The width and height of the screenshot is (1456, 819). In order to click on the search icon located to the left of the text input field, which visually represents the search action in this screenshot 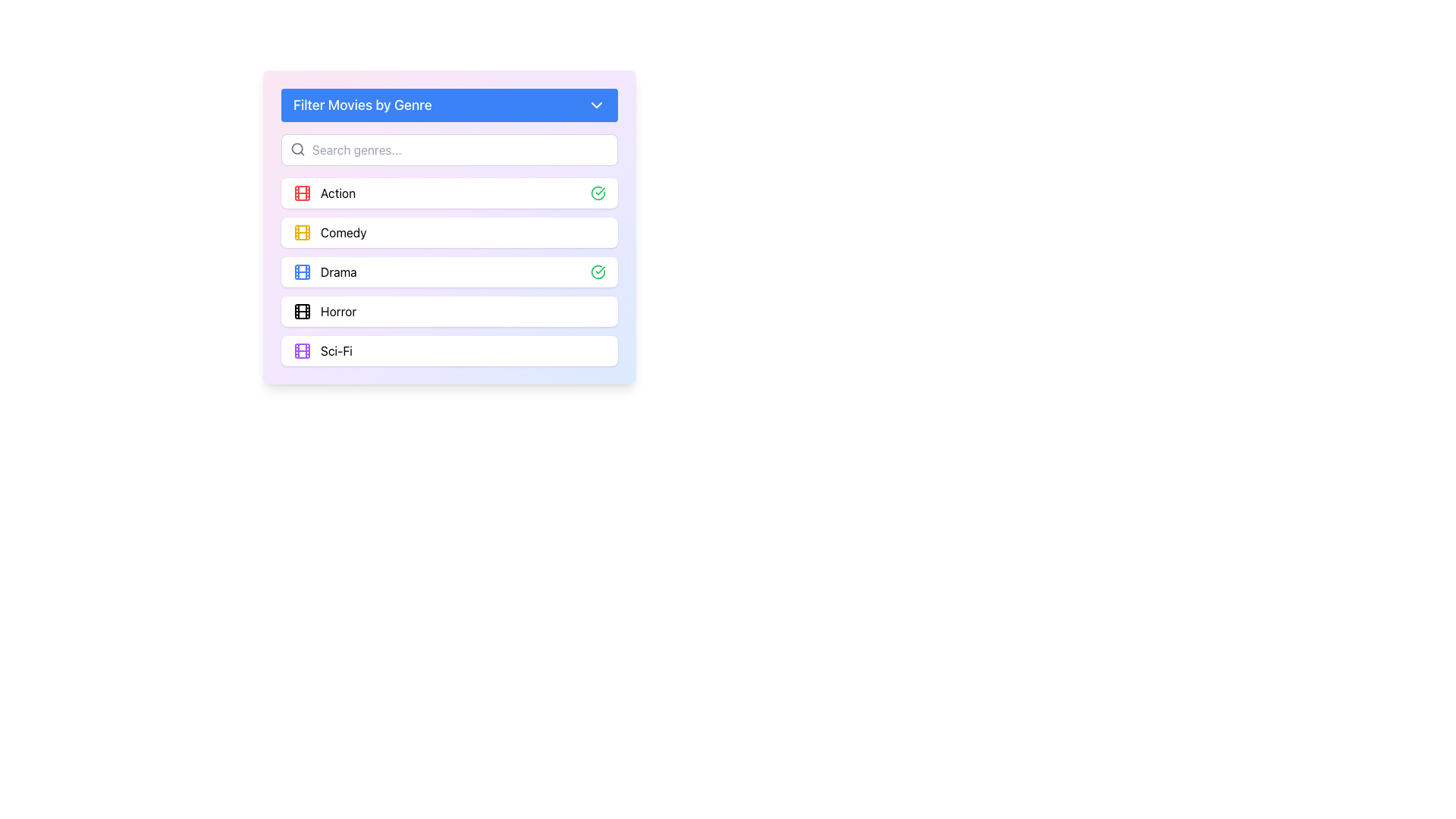, I will do `click(298, 149)`.